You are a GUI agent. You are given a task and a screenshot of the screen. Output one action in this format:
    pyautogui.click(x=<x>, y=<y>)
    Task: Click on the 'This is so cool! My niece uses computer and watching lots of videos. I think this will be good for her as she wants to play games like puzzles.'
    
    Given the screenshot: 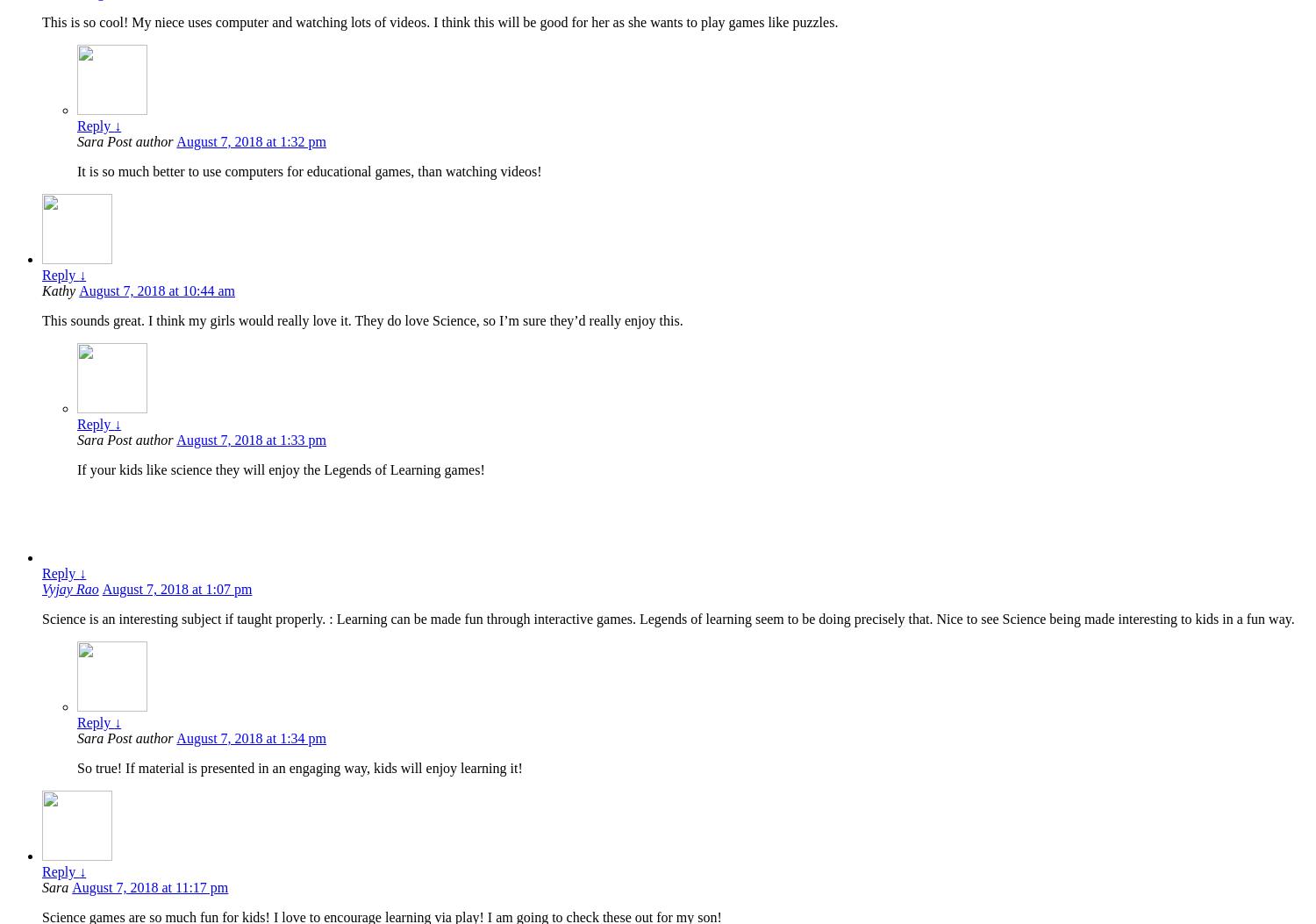 What is the action you would take?
    pyautogui.click(x=440, y=22)
    